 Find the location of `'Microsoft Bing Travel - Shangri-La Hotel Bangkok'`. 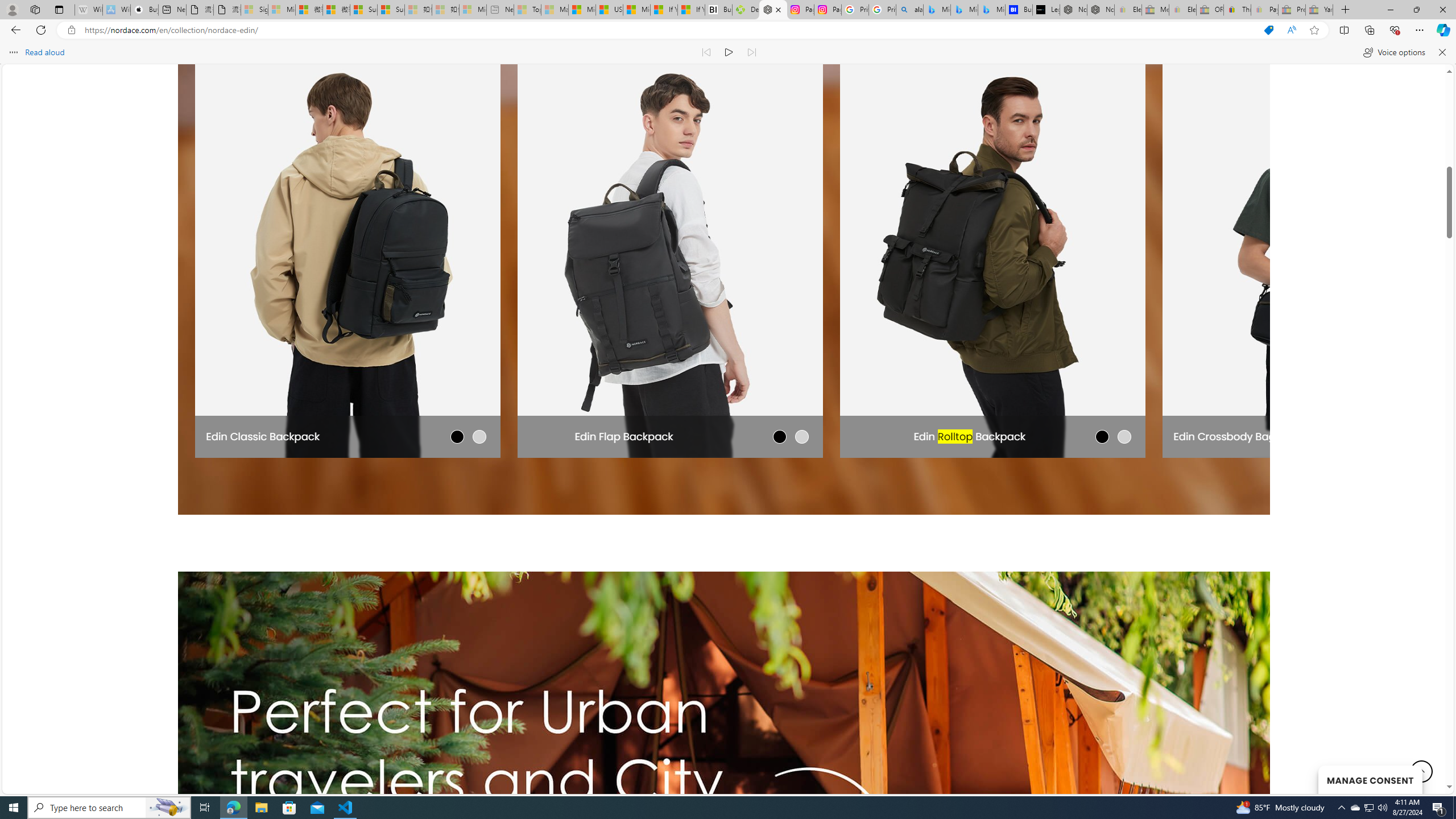

'Microsoft Bing Travel - Shangri-La Hotel Bangkok' is located at coordinates (991, 9).